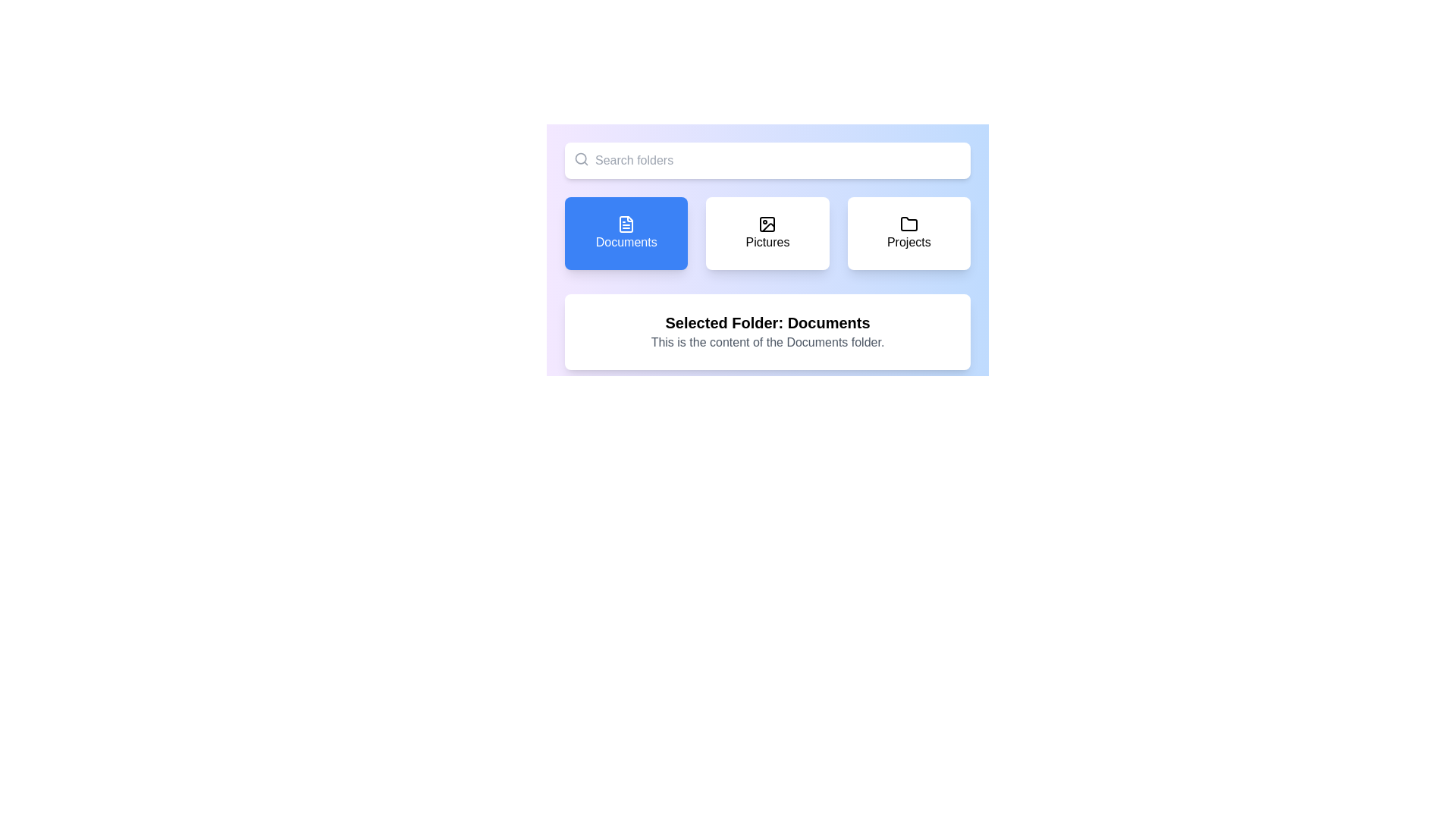  I want to click on the 'Pictures' category button icon, which is the second button in a row of three, visually representing access to pictures, so click(767, 224).